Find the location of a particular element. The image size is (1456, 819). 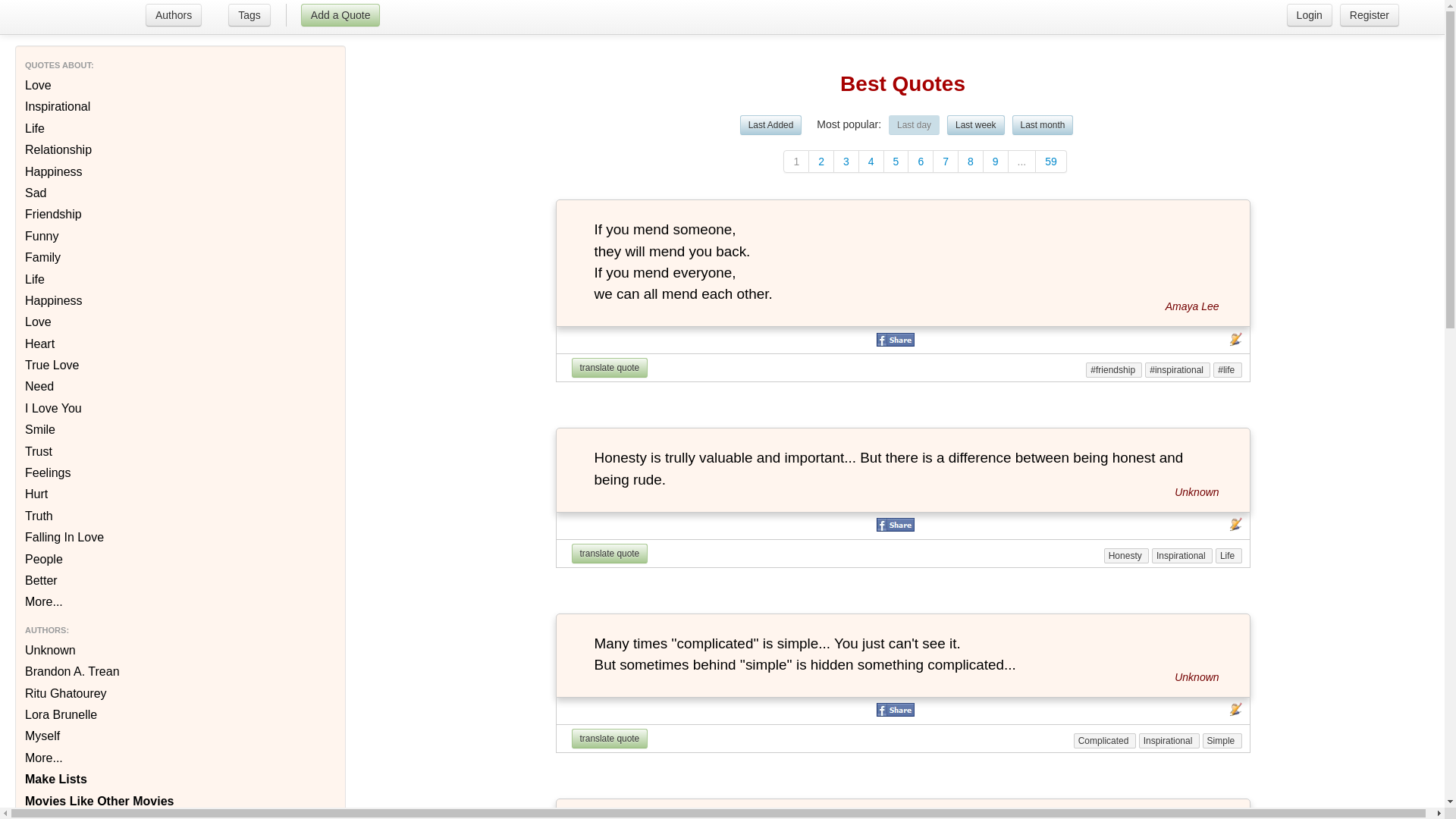

'Unknown' is located at coordinates (1196, 491).